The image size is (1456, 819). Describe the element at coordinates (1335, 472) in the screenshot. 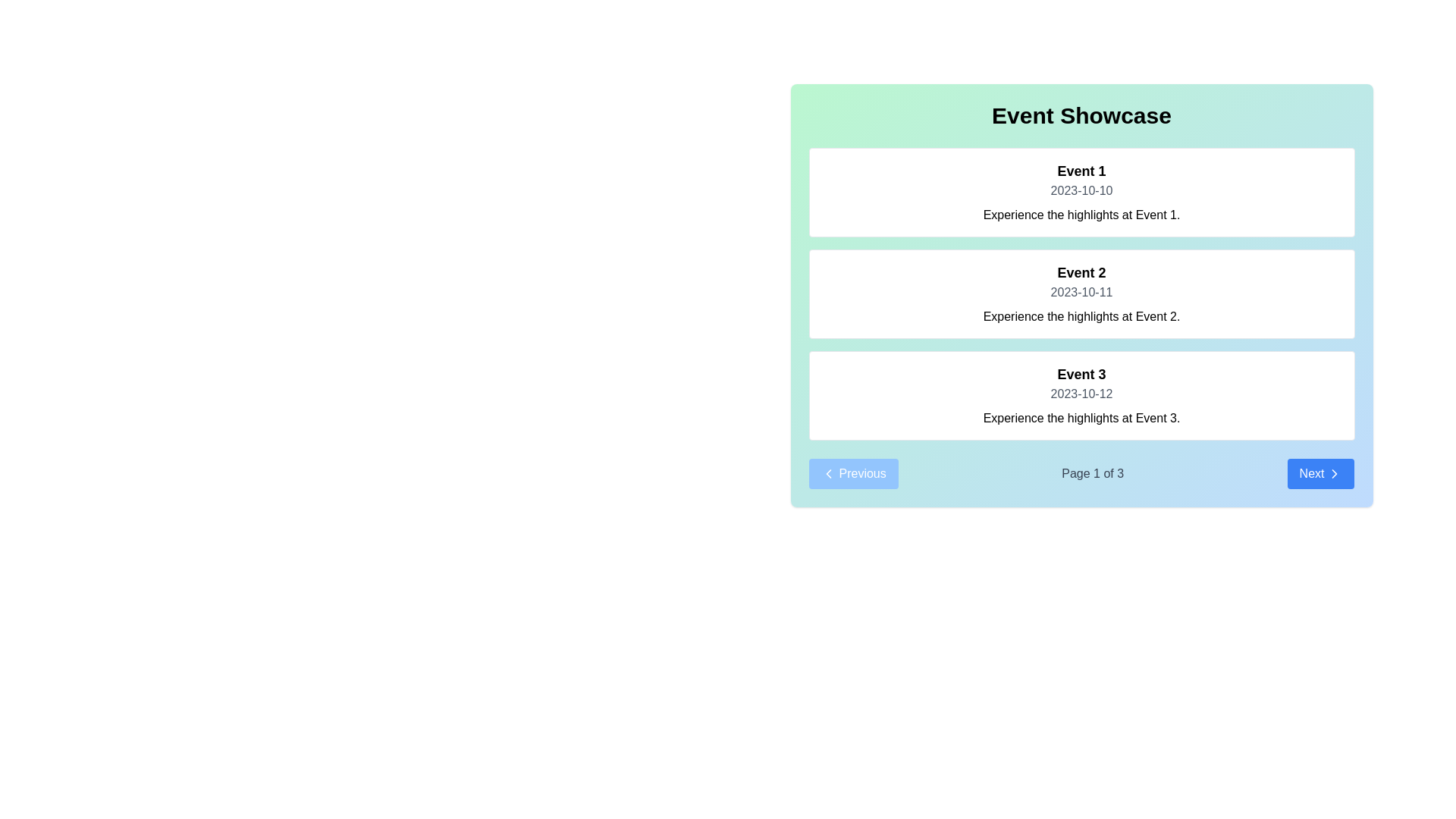

I see `the small right-pointing arrow icon within the 'Next' button at the bottom-right corner of the pagination bar` at that location.